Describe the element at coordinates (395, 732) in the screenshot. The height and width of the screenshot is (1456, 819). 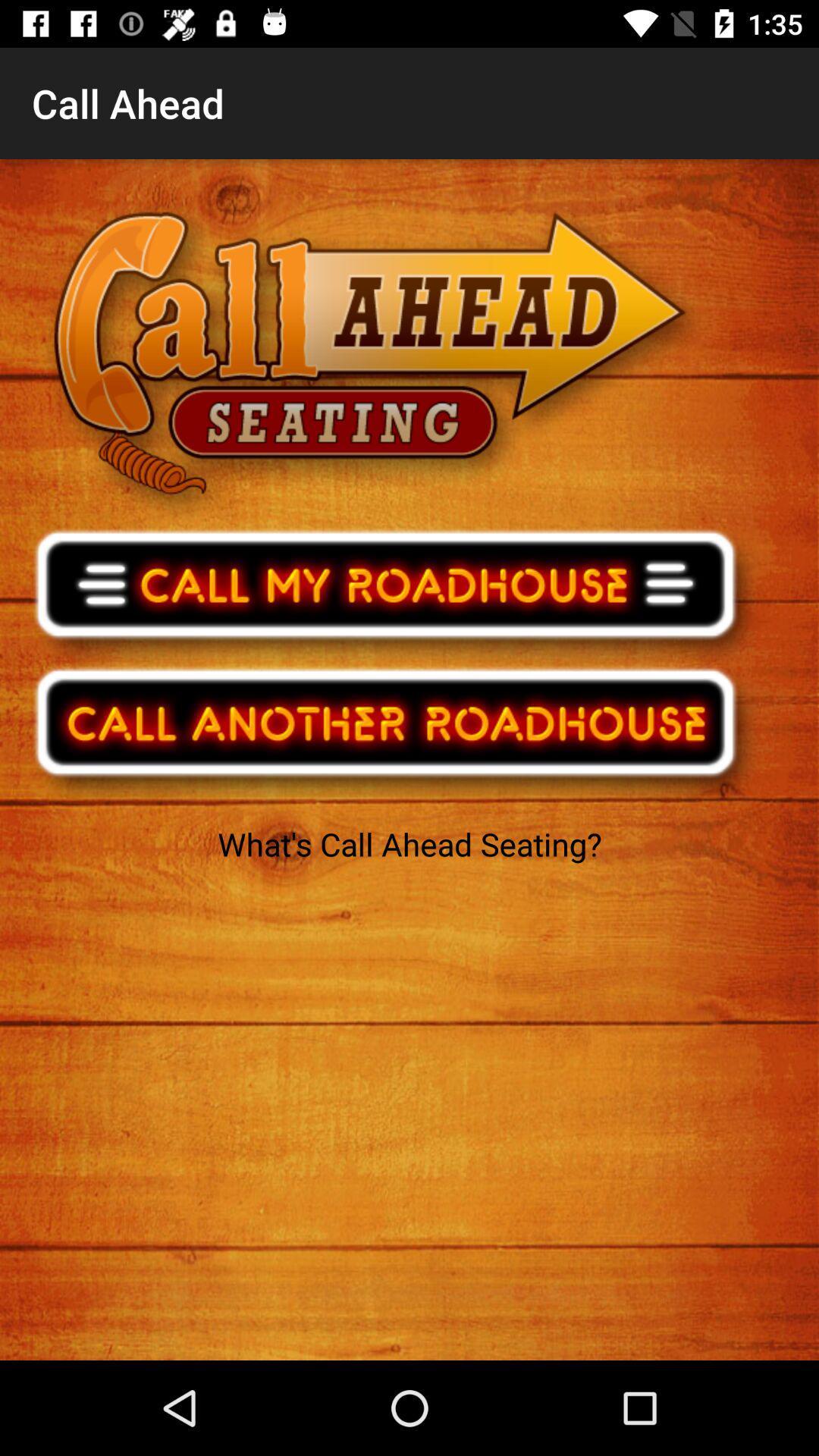
I see `call another roadhouse` at that location.